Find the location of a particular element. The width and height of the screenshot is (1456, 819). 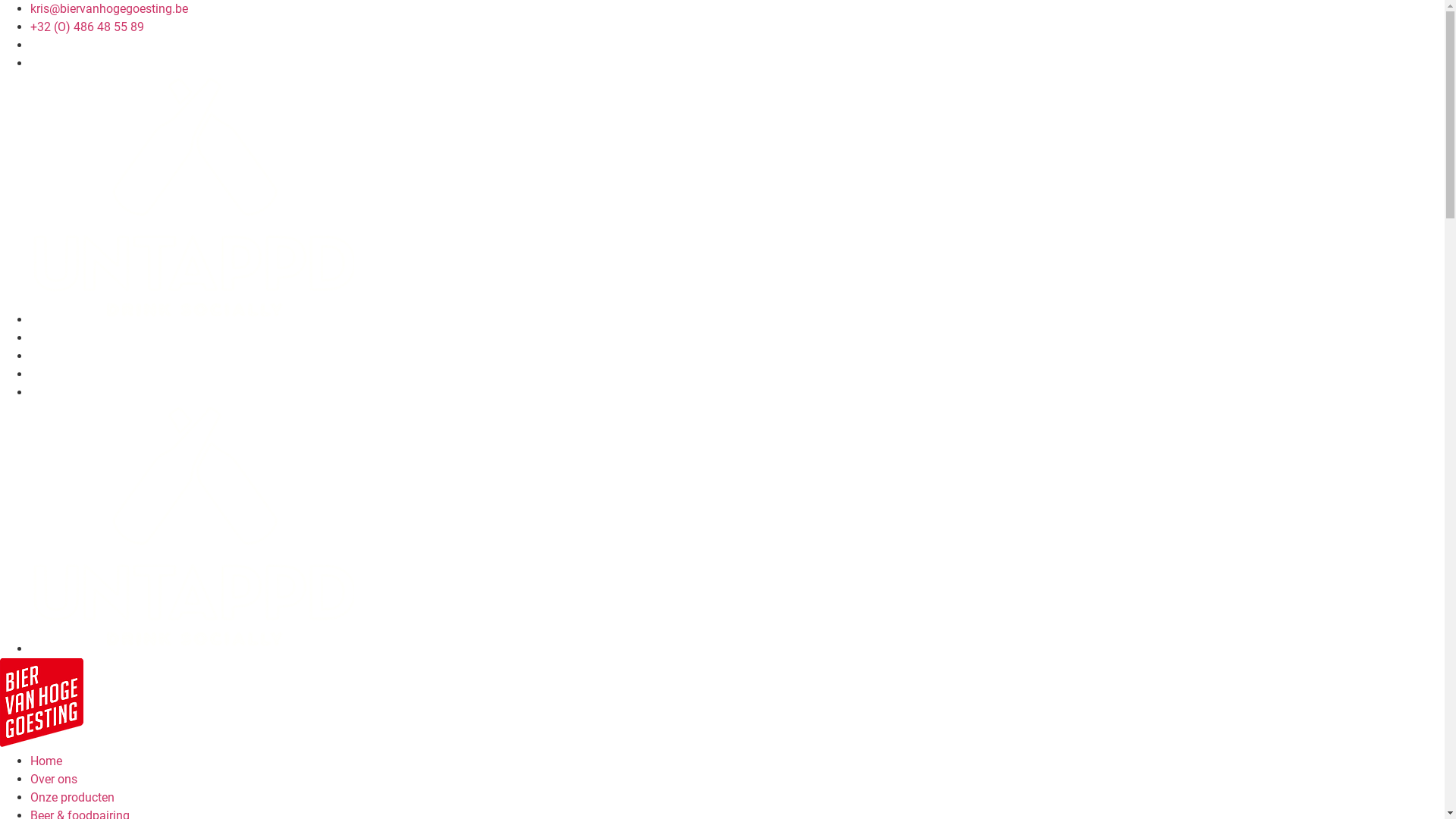

'Home' is located at coordinates (46, 761).